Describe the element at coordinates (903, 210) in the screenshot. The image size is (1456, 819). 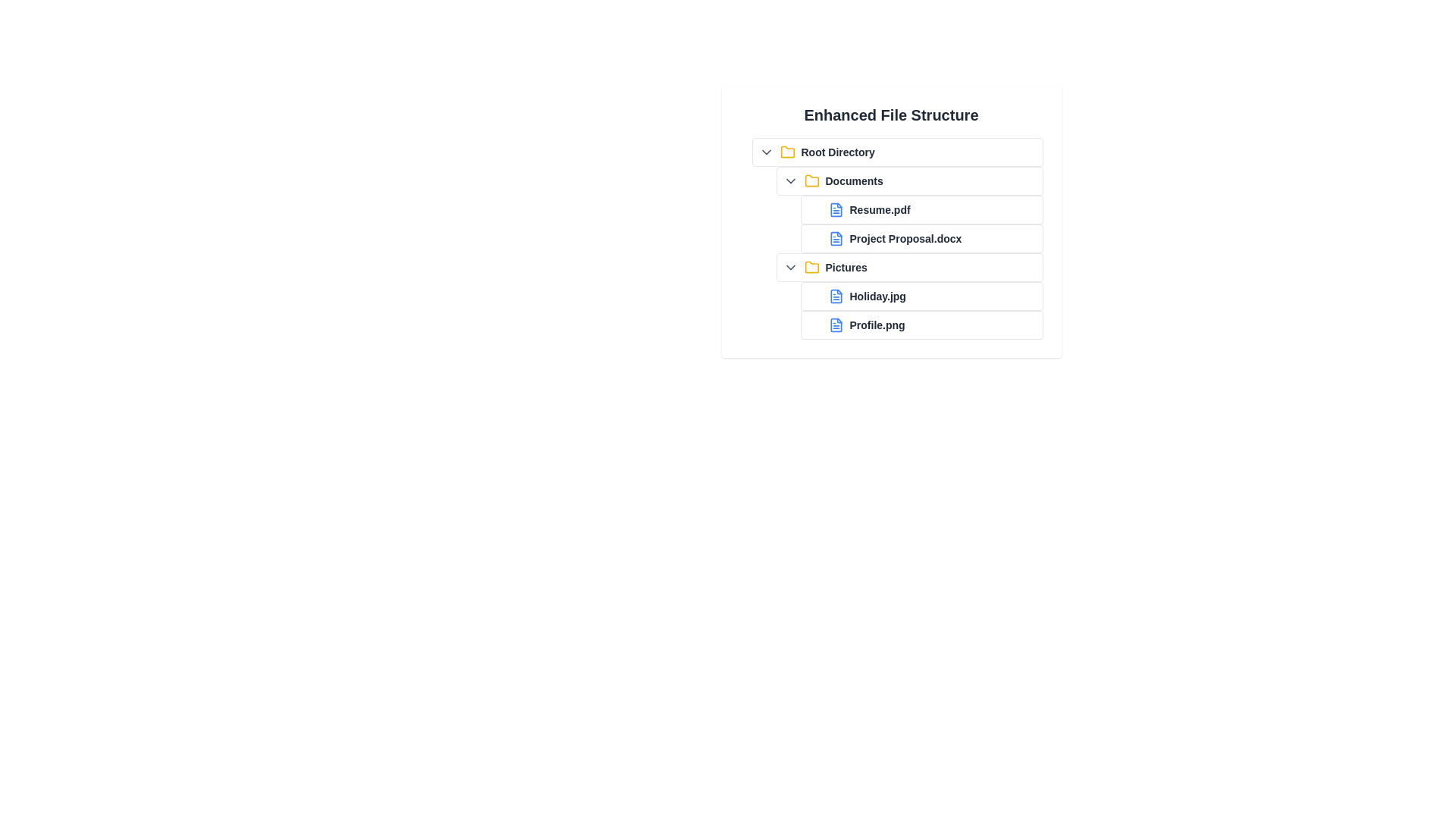
I see `the 'Resume.pdf' text label located within the 'Documents' folder` at that location.